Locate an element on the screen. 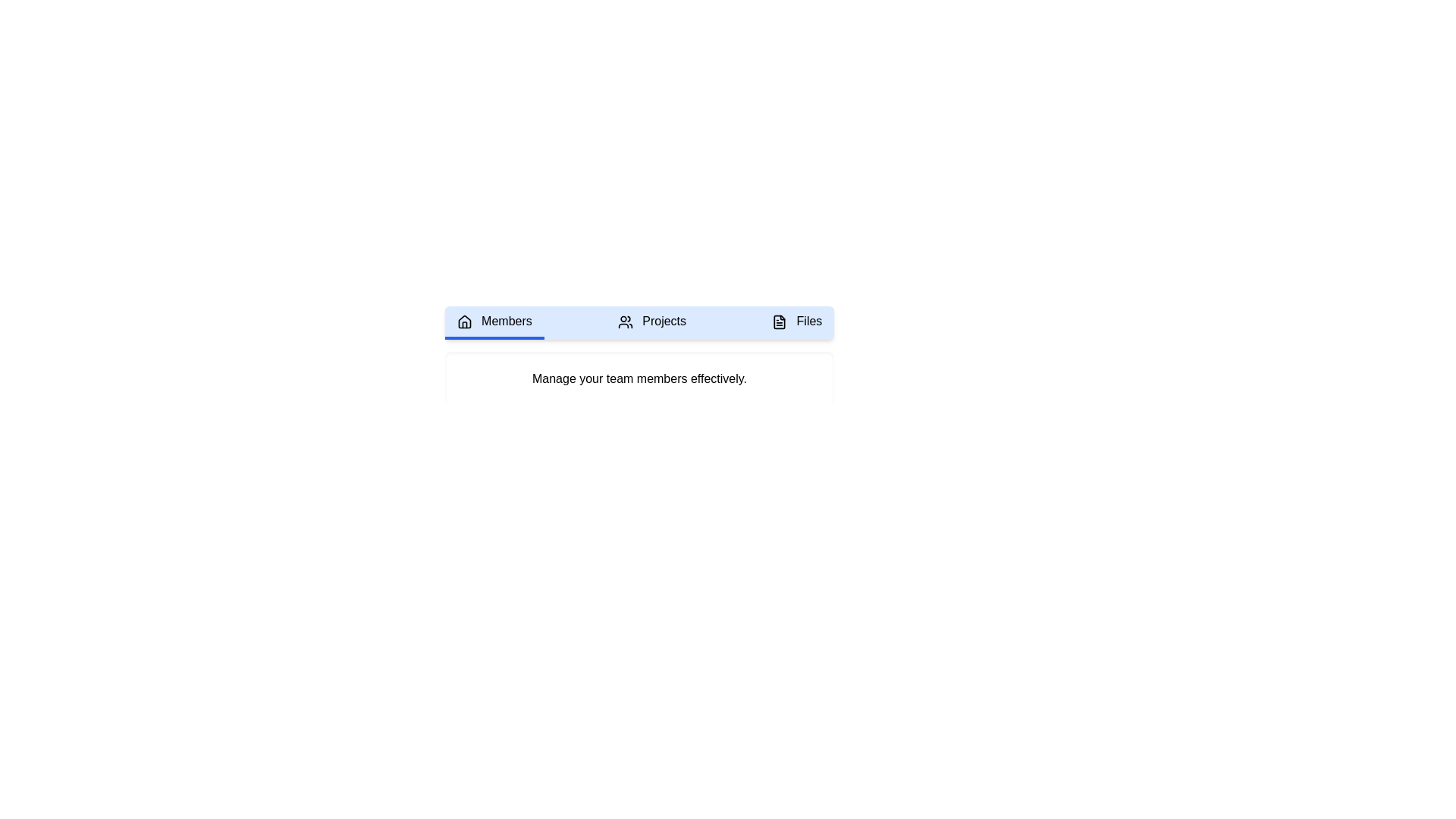 The width and height of the screenshot is (1456, 819). the 'Projects' tab icon in the navigation bar, which is positioned centrally between the 'Members' and 'Files' tabs is located at coordinates (625, 321).